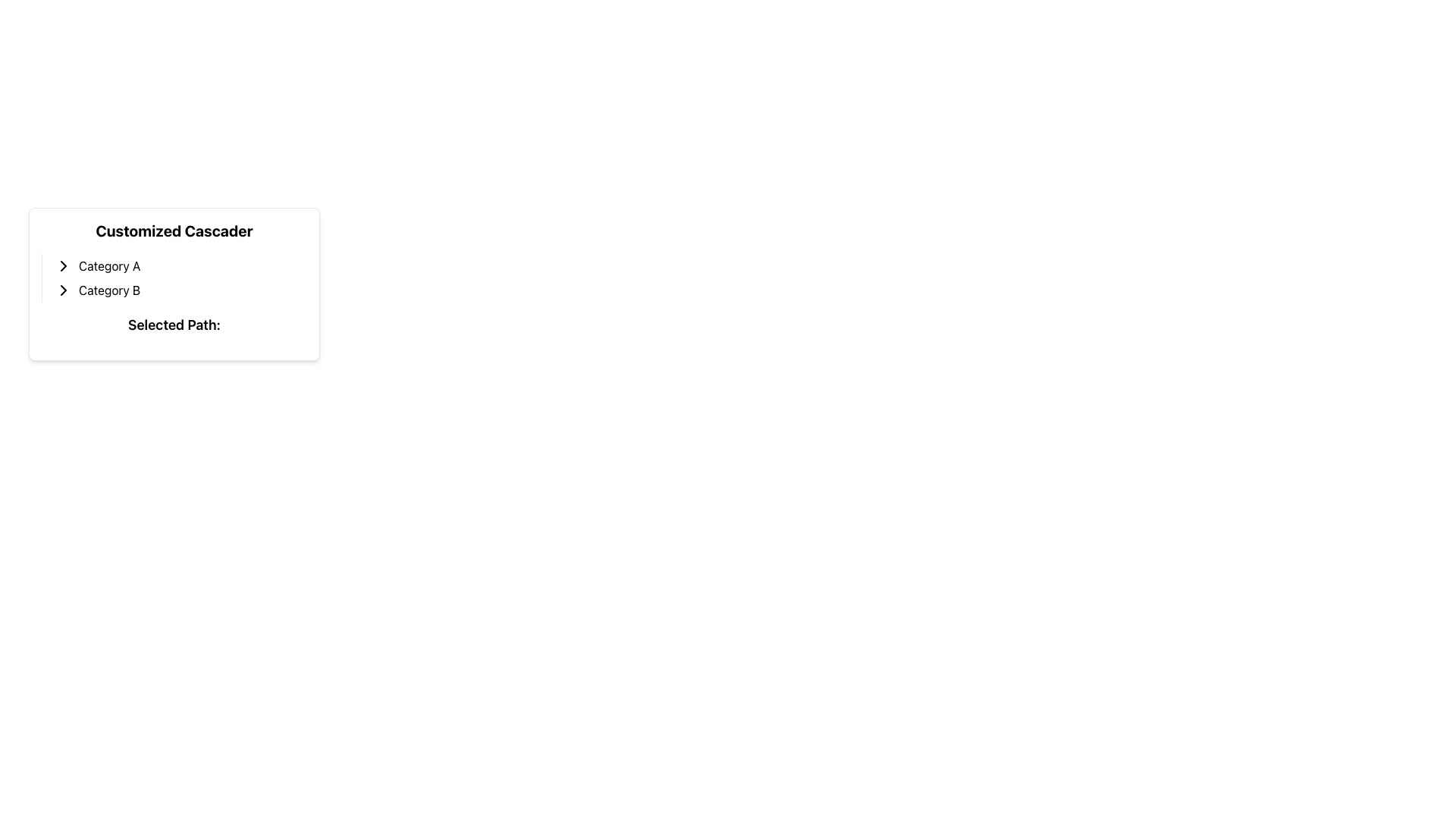 This screenshot has width=1456, height=819. What do you see at coordinates (62, 290) in the screenshot?
I see `the chevron icon indicating expandable content for 'Category B'` at bounding box center [62, 290].